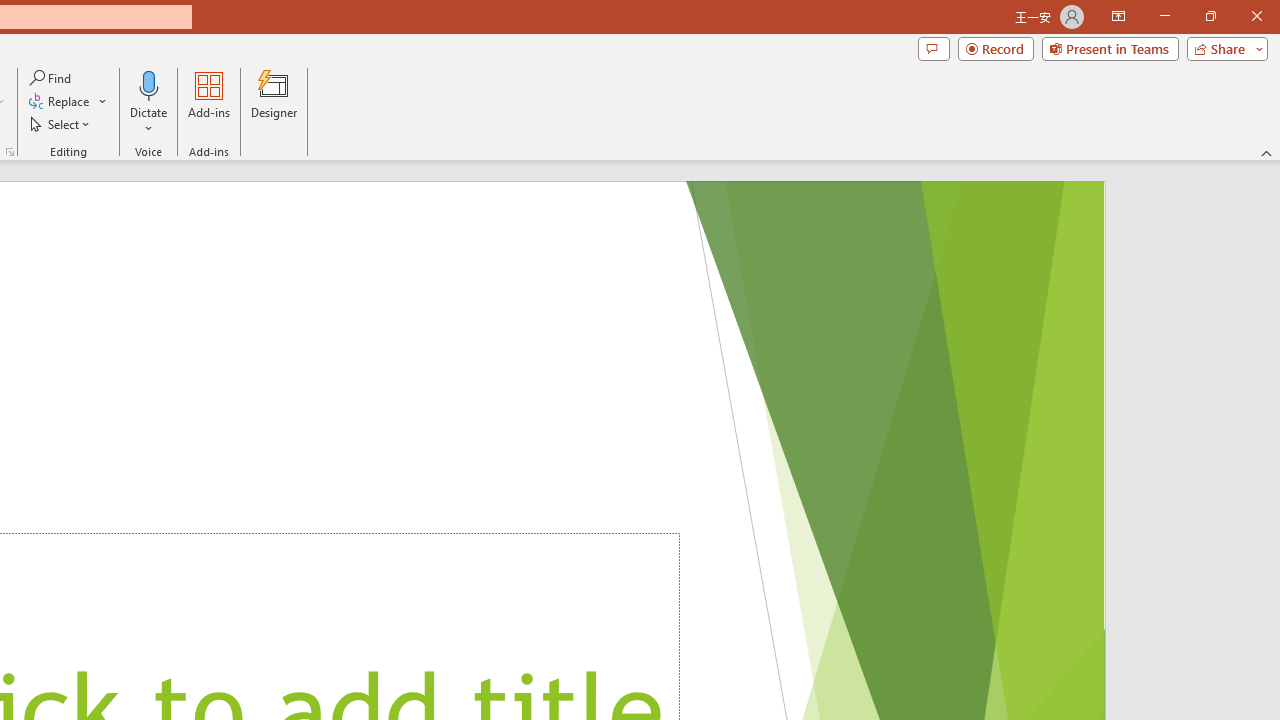 This screenshot has width=1280, height=720. Describe the element at coordinates (1222, 47) in the screenshot. I see `'Share'` at that location.